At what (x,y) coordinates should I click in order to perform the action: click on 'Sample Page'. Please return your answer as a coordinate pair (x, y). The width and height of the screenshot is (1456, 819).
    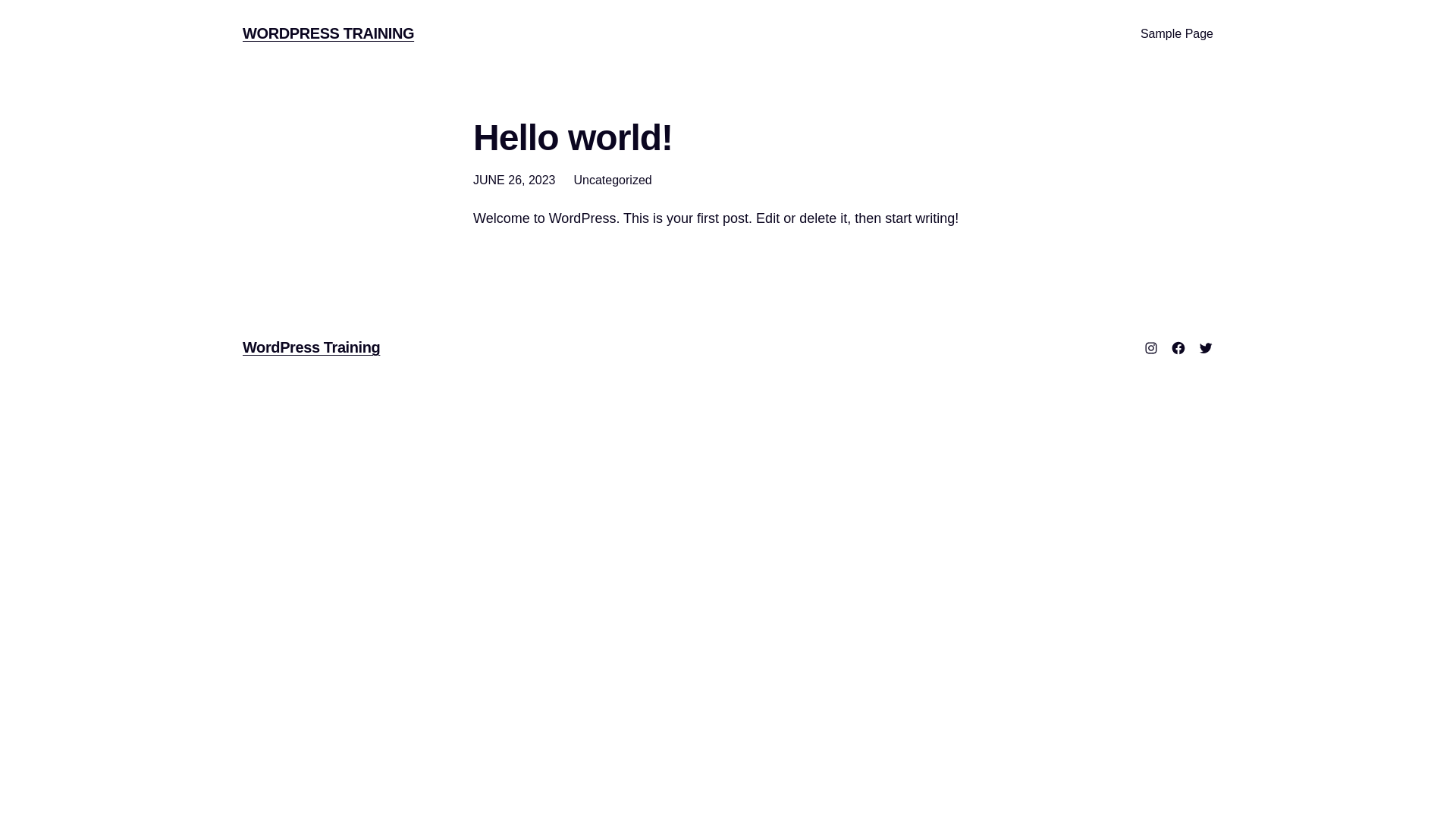
    Looking at the image, I should click on (1175, 34).